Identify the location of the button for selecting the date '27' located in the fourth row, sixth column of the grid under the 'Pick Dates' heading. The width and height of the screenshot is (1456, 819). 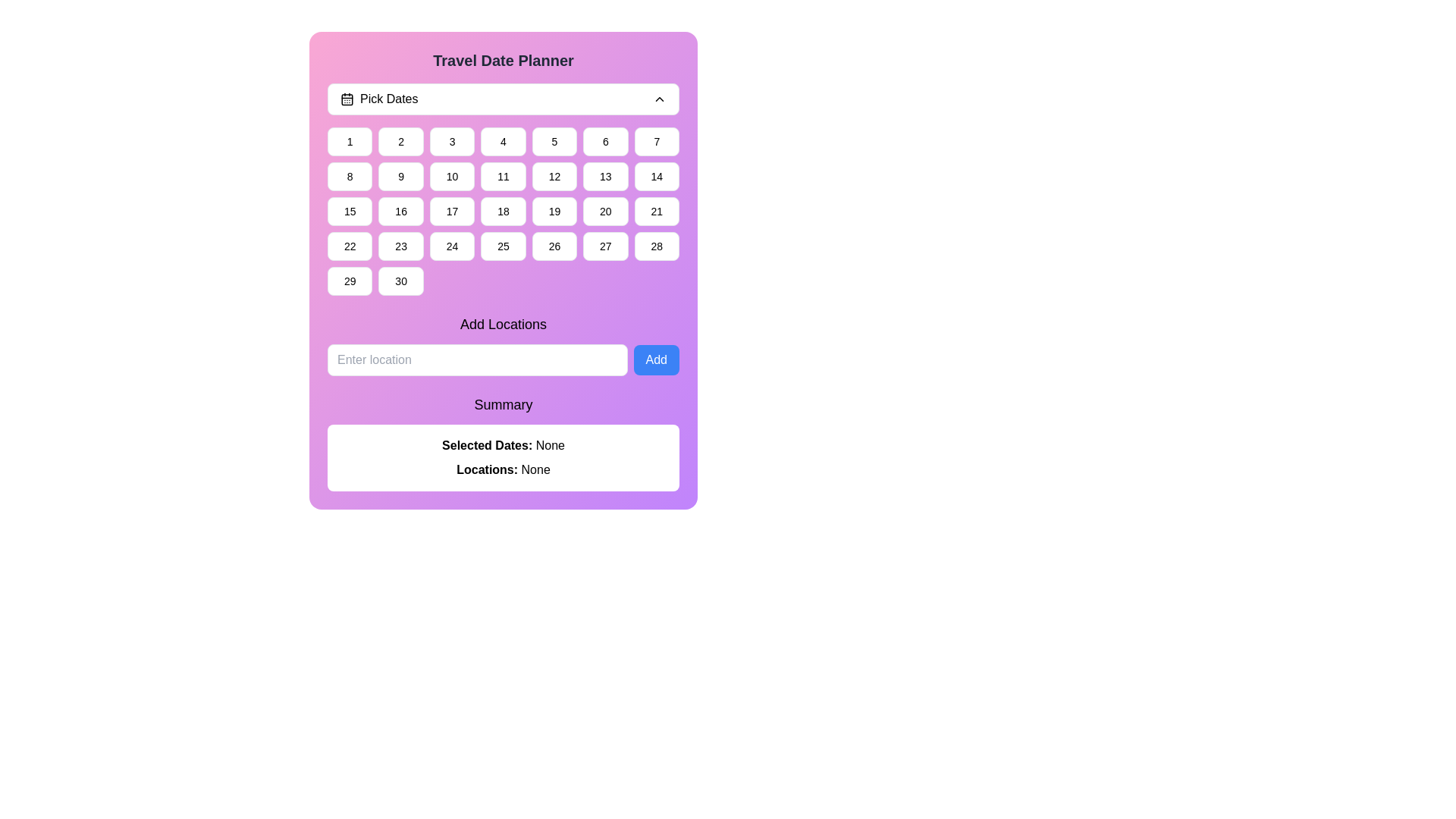
(604, 245).